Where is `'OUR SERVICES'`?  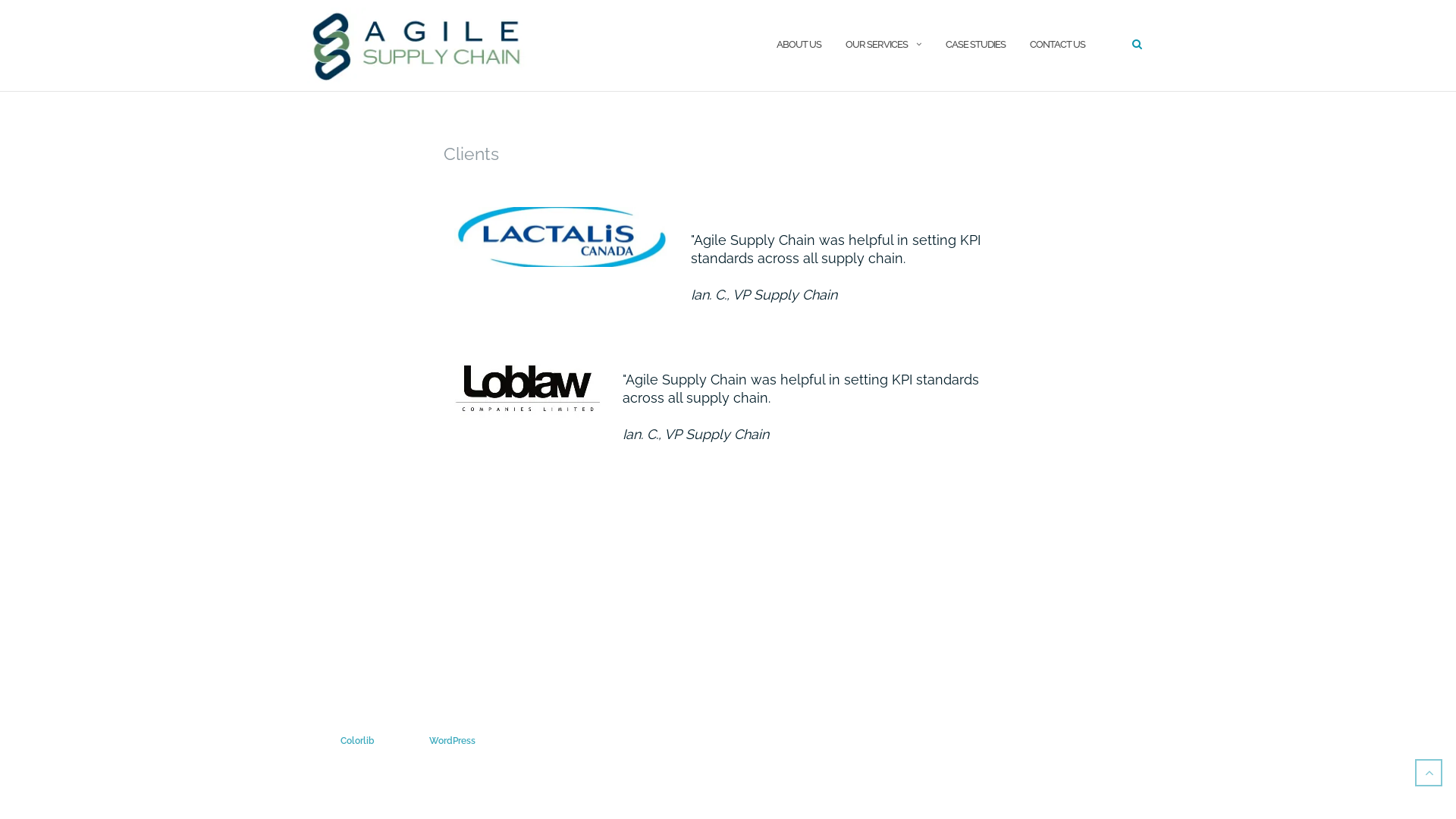
'OUR SERVICES' is located at coordinates (844, 44).